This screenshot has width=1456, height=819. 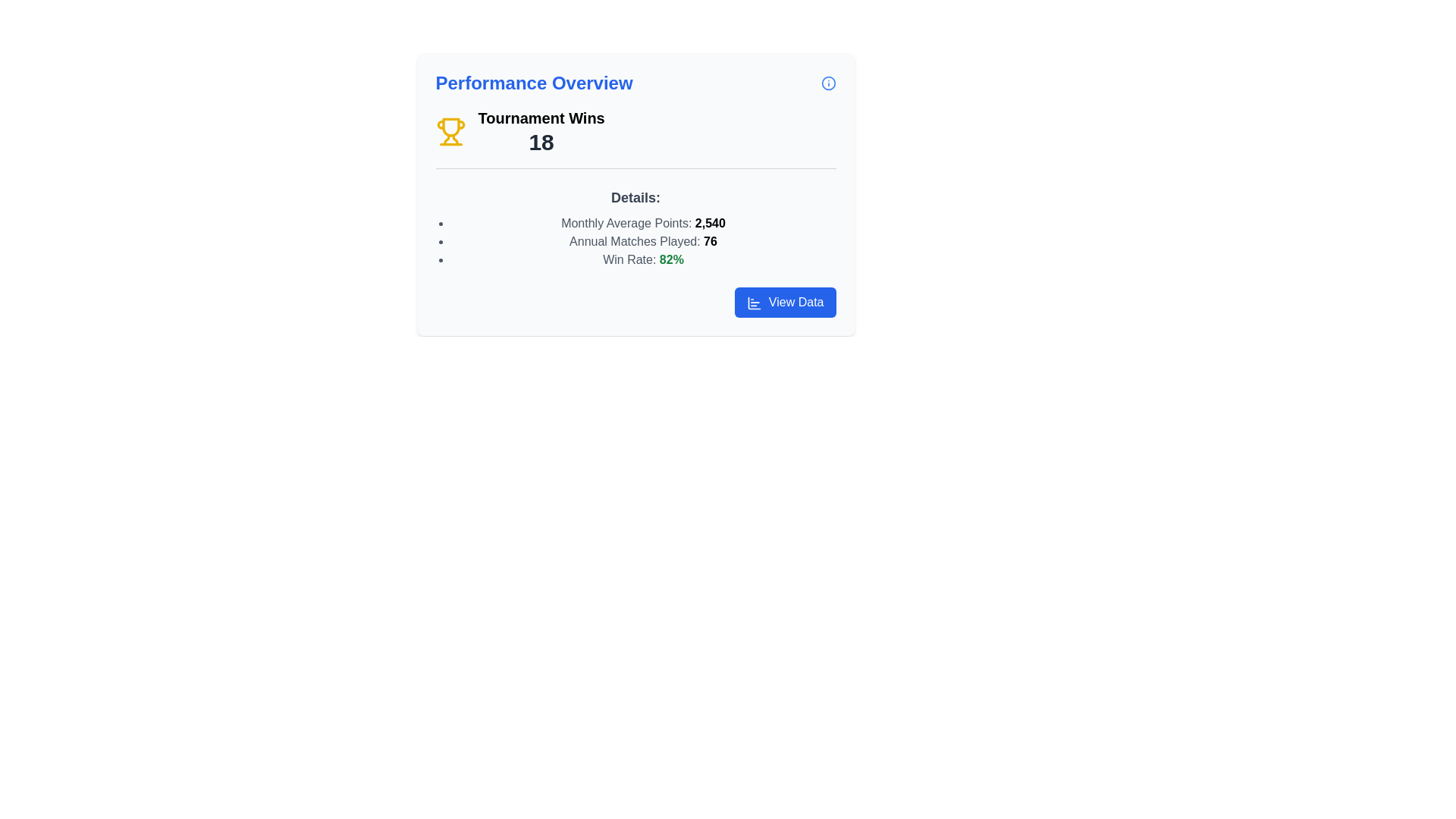 What do you see at coordinates (541, 143) in the screenshot?
I see `the bold, large black text displaying the number '18' that represents the Tournament Wins in the performance overview section` at bounding box center [541, 143].